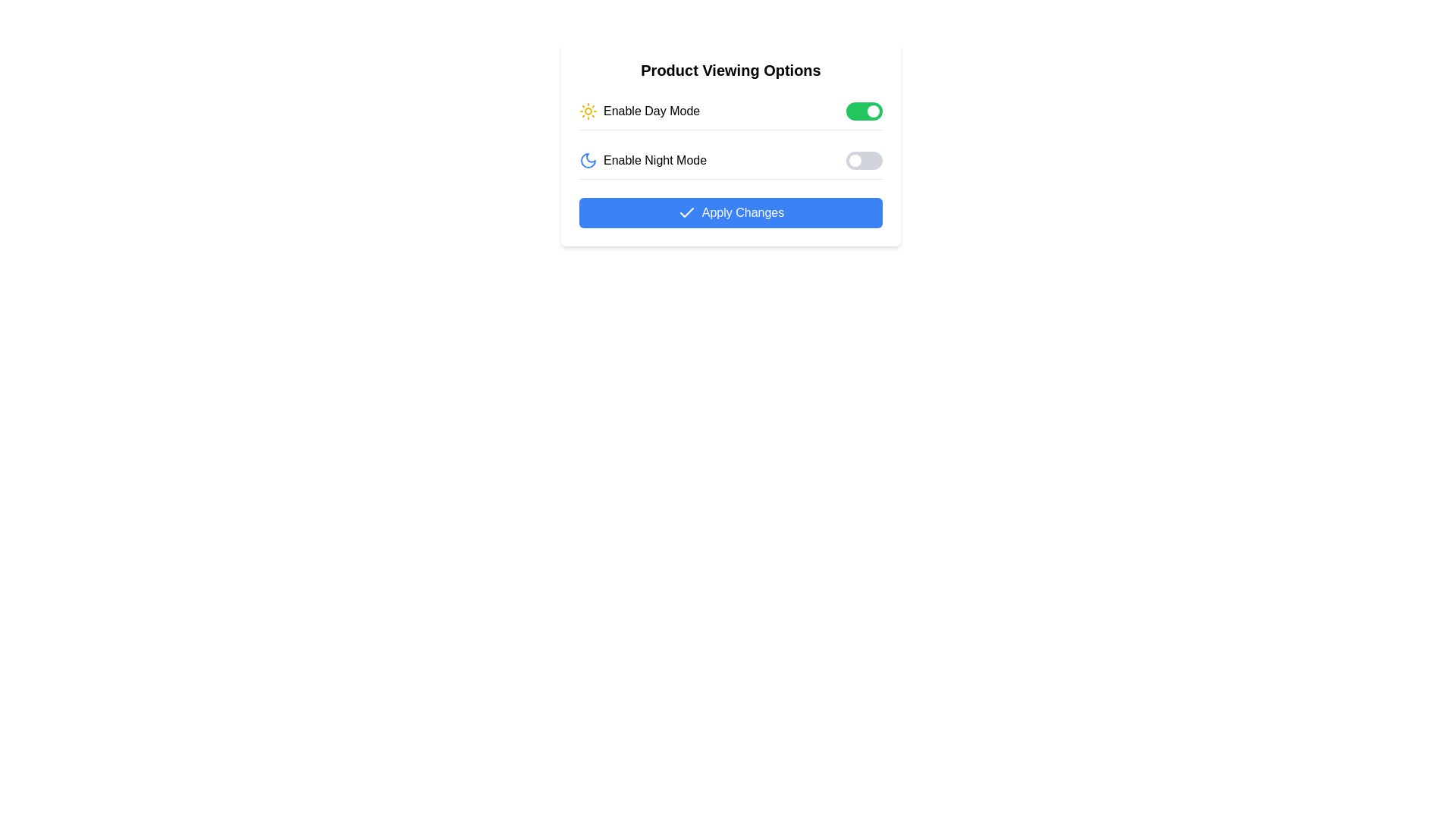 The height and width of the screenshot is (819, 1456). What do you see at coordinates (874, 110) in the screenshot?
I see `the movable knob of the toggle switch located` at bounding box center [874, 110].